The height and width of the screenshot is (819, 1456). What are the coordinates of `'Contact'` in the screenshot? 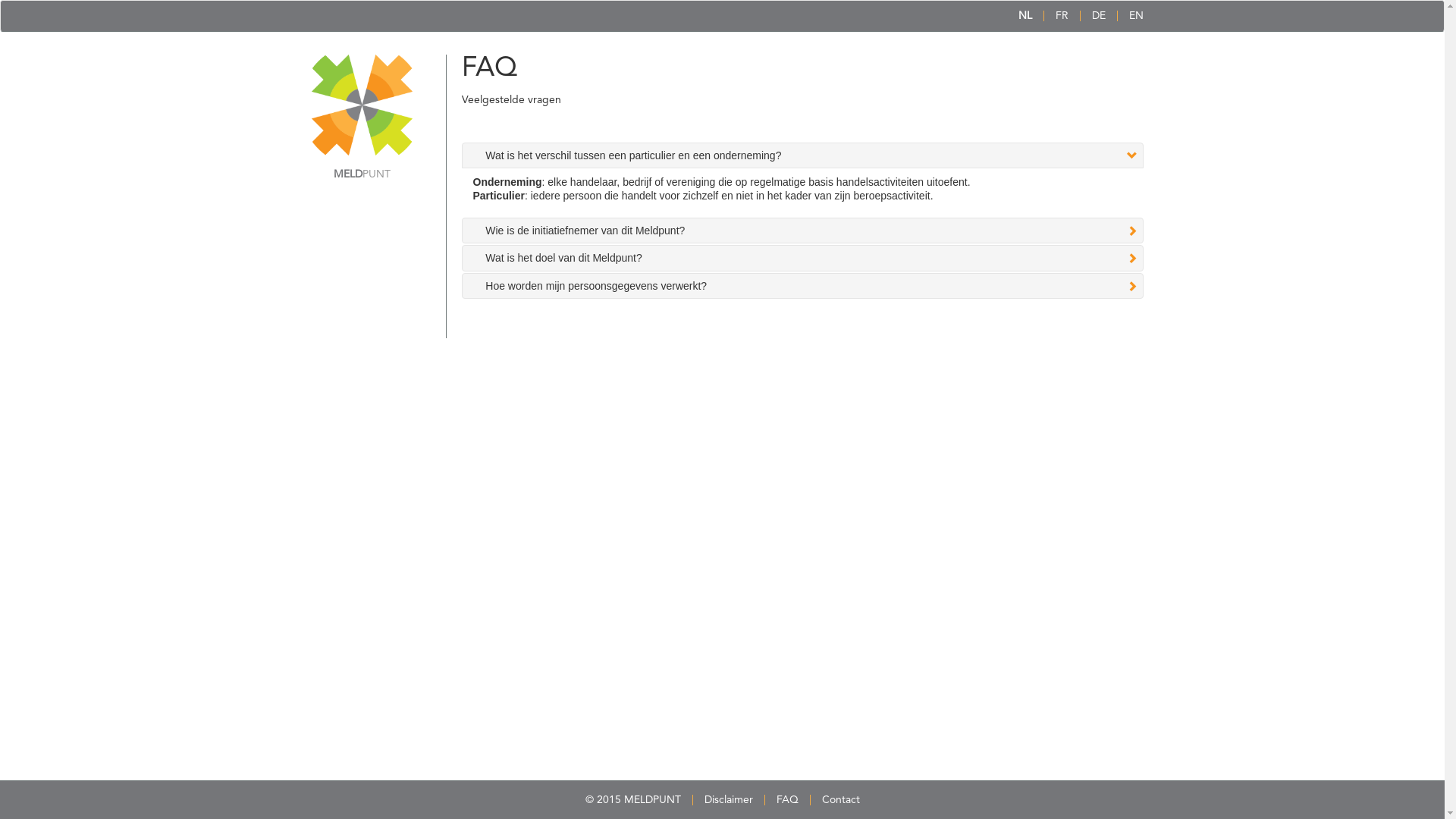 It's located at (839, 799).